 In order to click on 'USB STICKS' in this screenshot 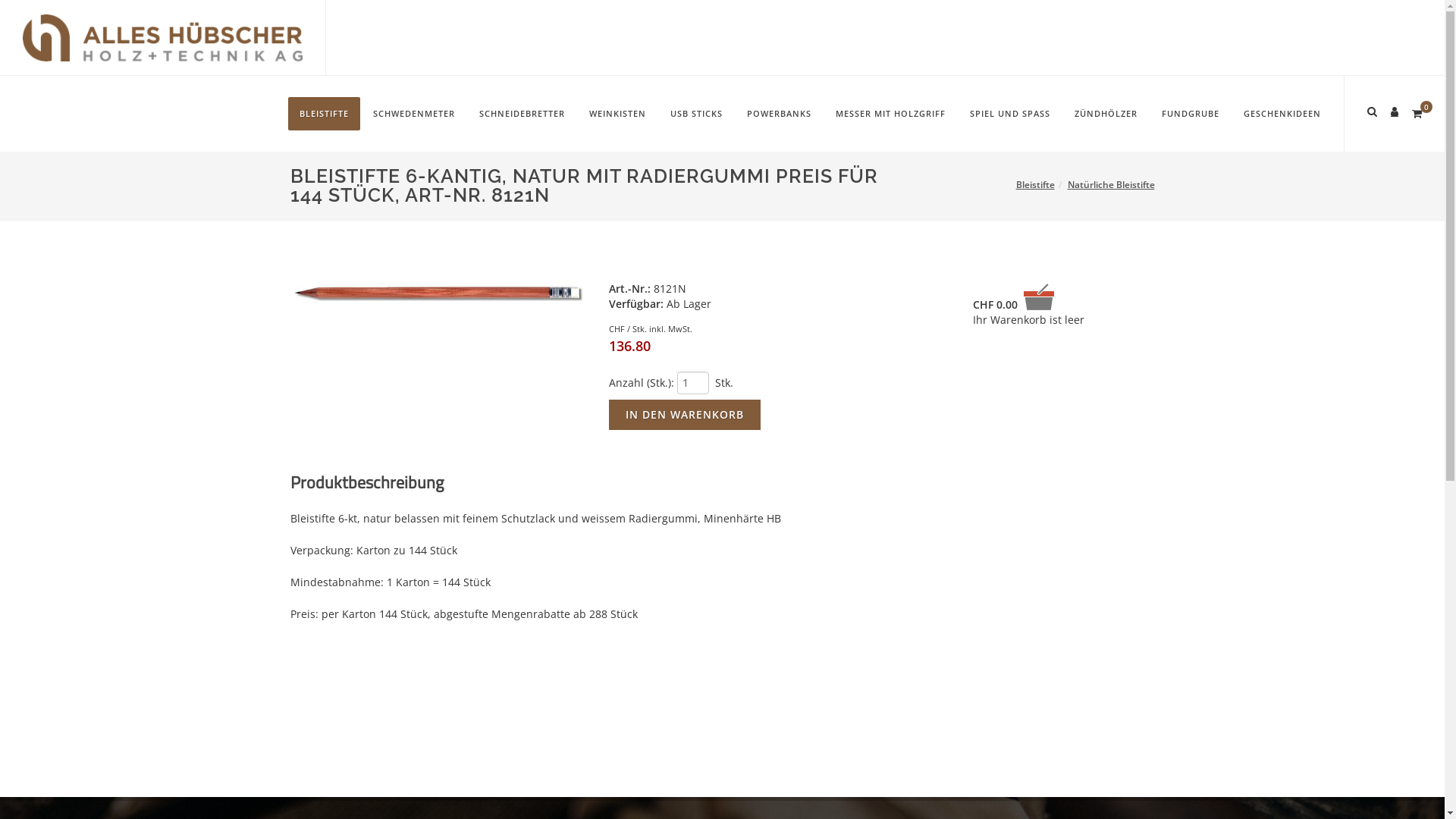, I will do `click(695, 113)`.